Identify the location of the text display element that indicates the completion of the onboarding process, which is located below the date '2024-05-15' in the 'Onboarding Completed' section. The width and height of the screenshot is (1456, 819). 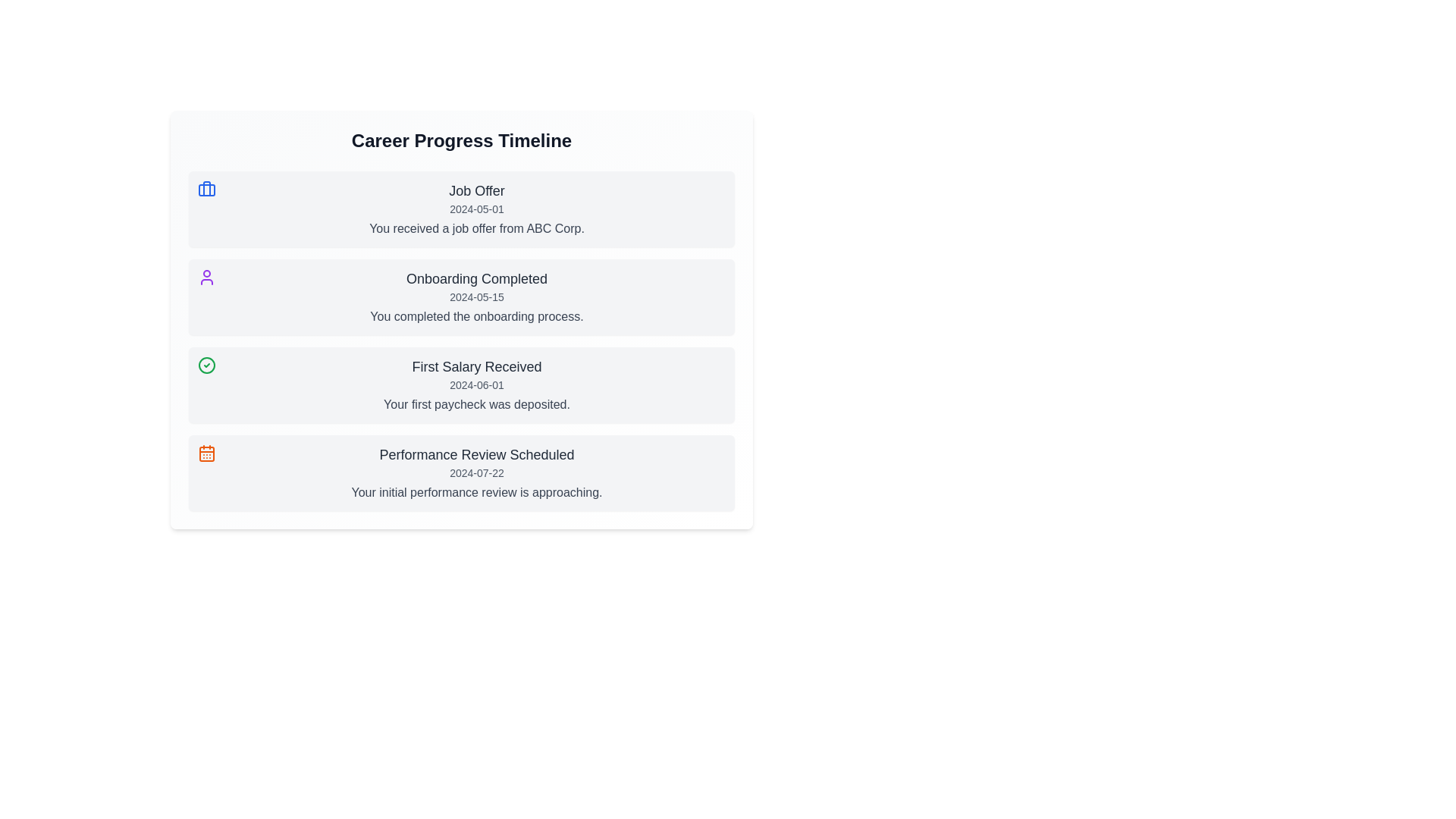
(475, 315).